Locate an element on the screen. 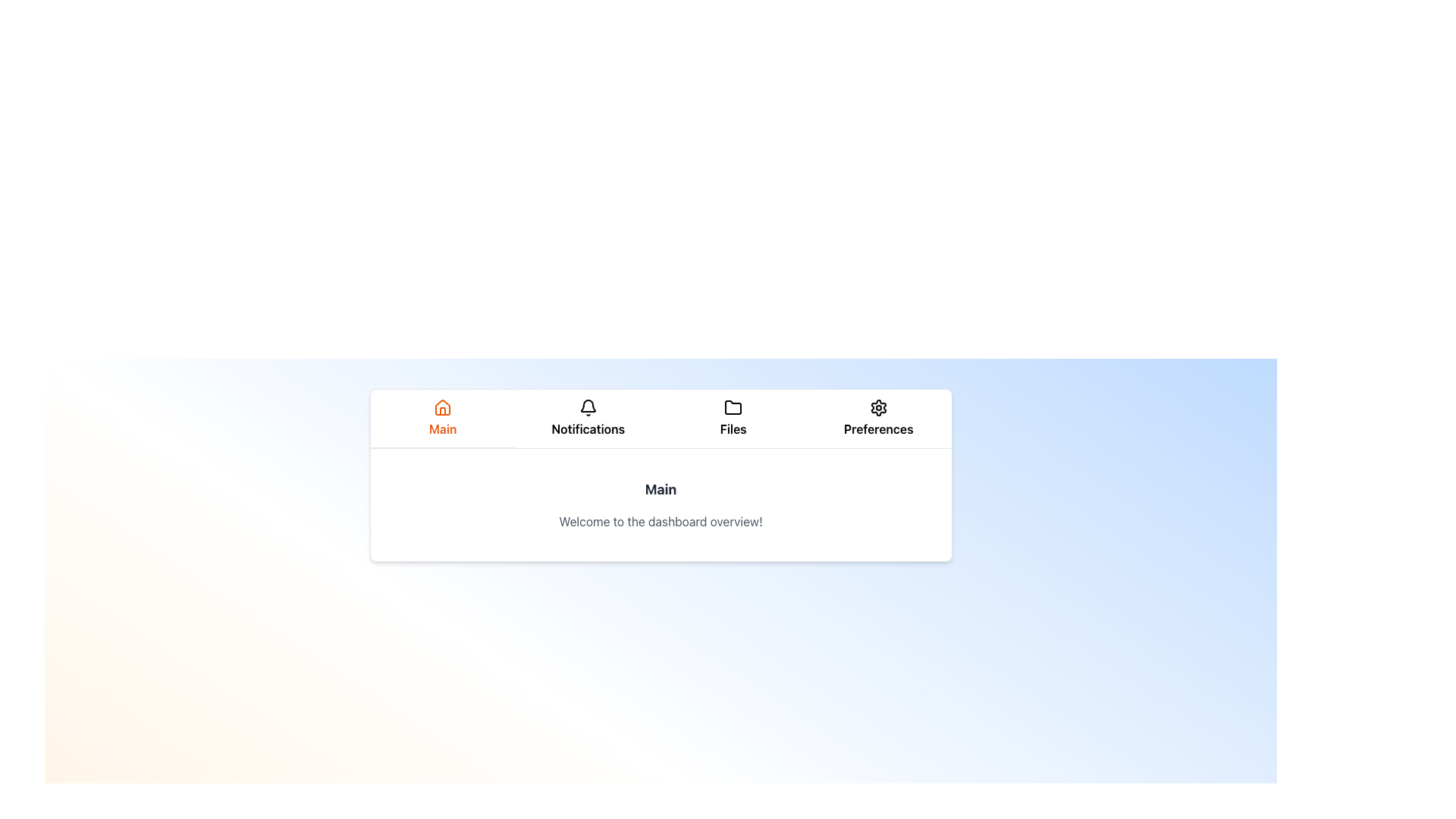 The width and height of the screenshot is (1456, 819). the 'Main' icon in the navigation bar is located at coordinates (442, 406).